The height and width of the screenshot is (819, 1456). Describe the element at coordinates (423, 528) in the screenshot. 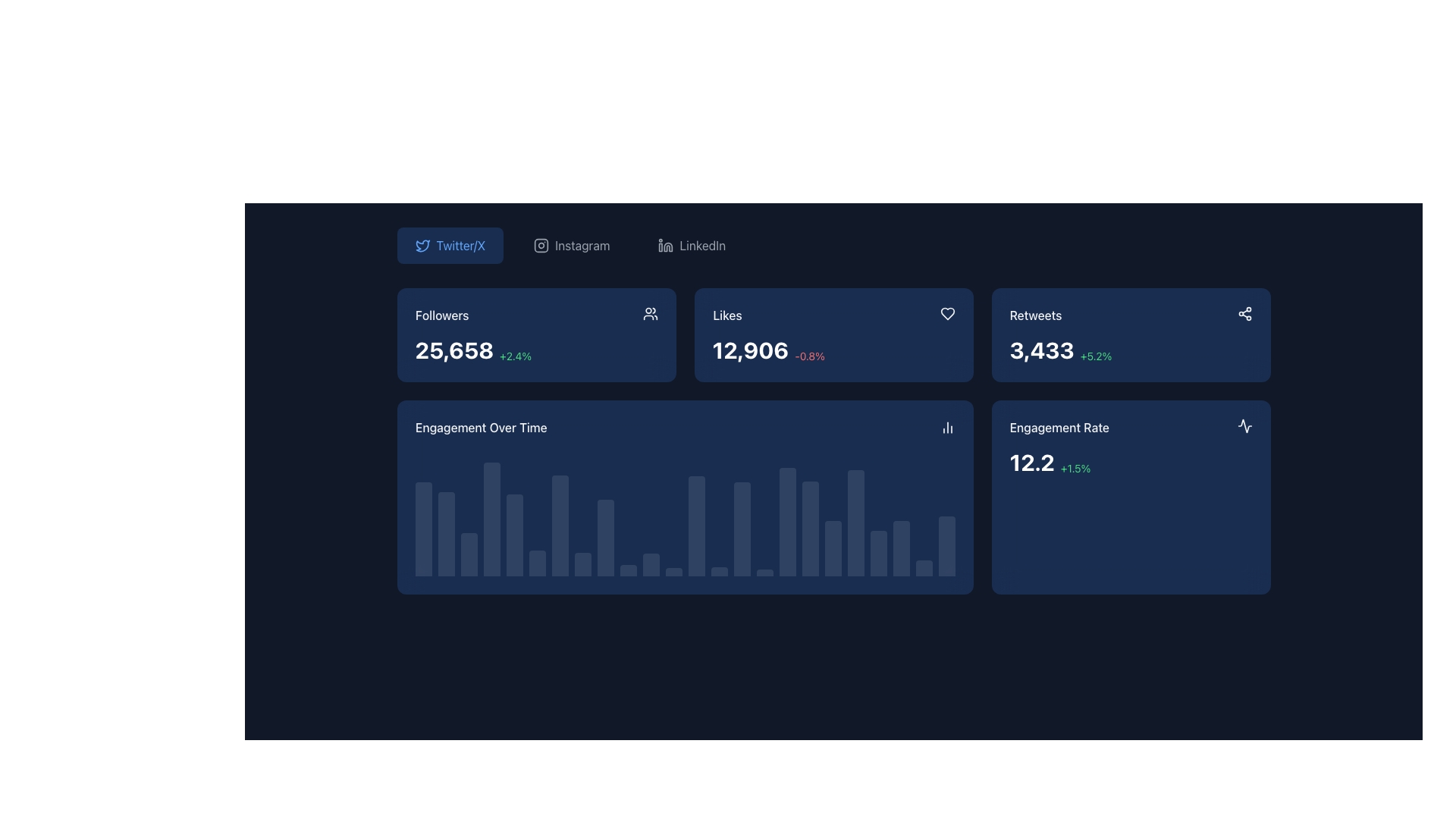

I see `the first vertical bar in the 'Engagement Over Time' chart` at that location.